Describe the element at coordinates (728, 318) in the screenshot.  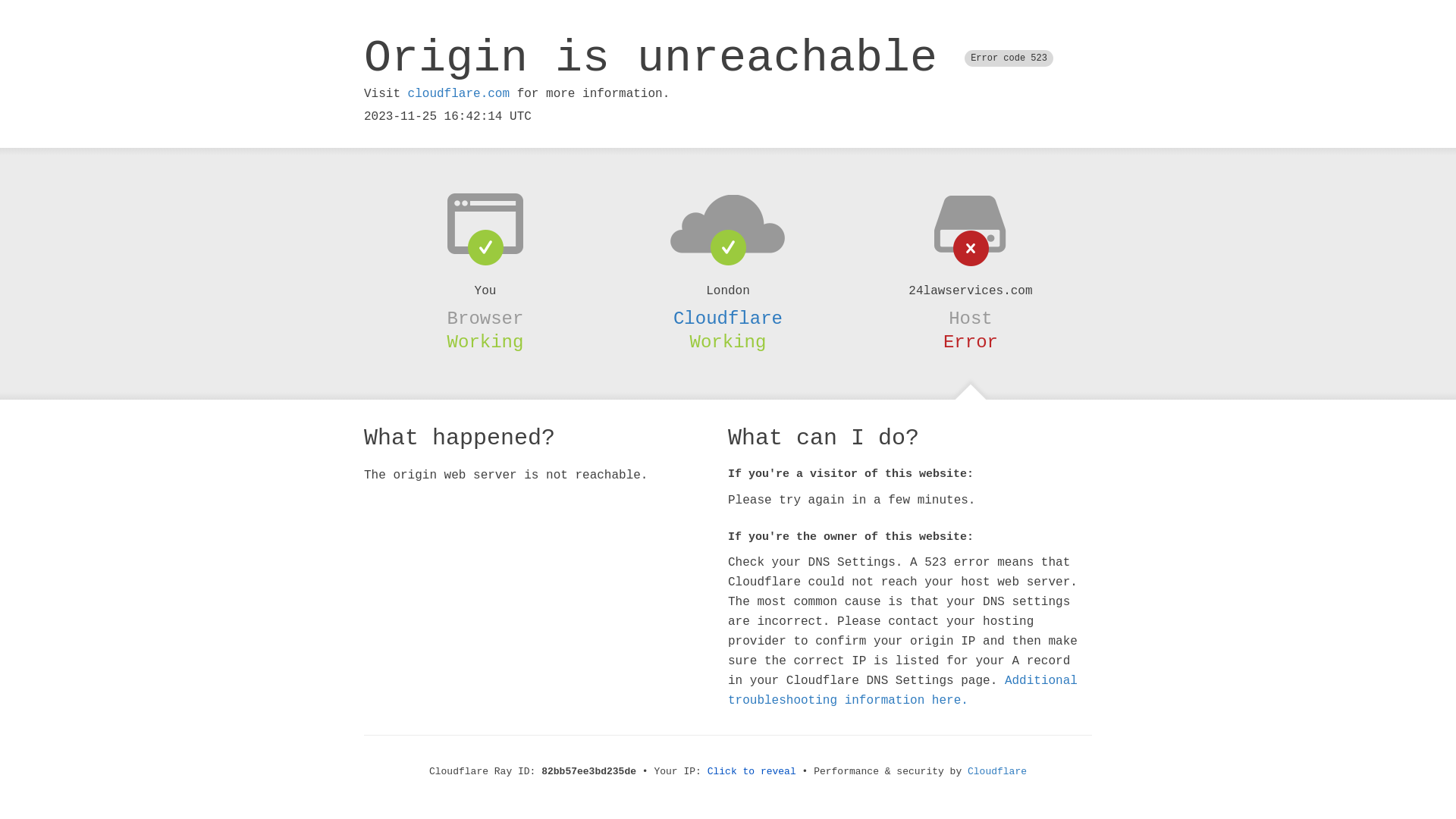
I see `'Cloudflare'` at that location.